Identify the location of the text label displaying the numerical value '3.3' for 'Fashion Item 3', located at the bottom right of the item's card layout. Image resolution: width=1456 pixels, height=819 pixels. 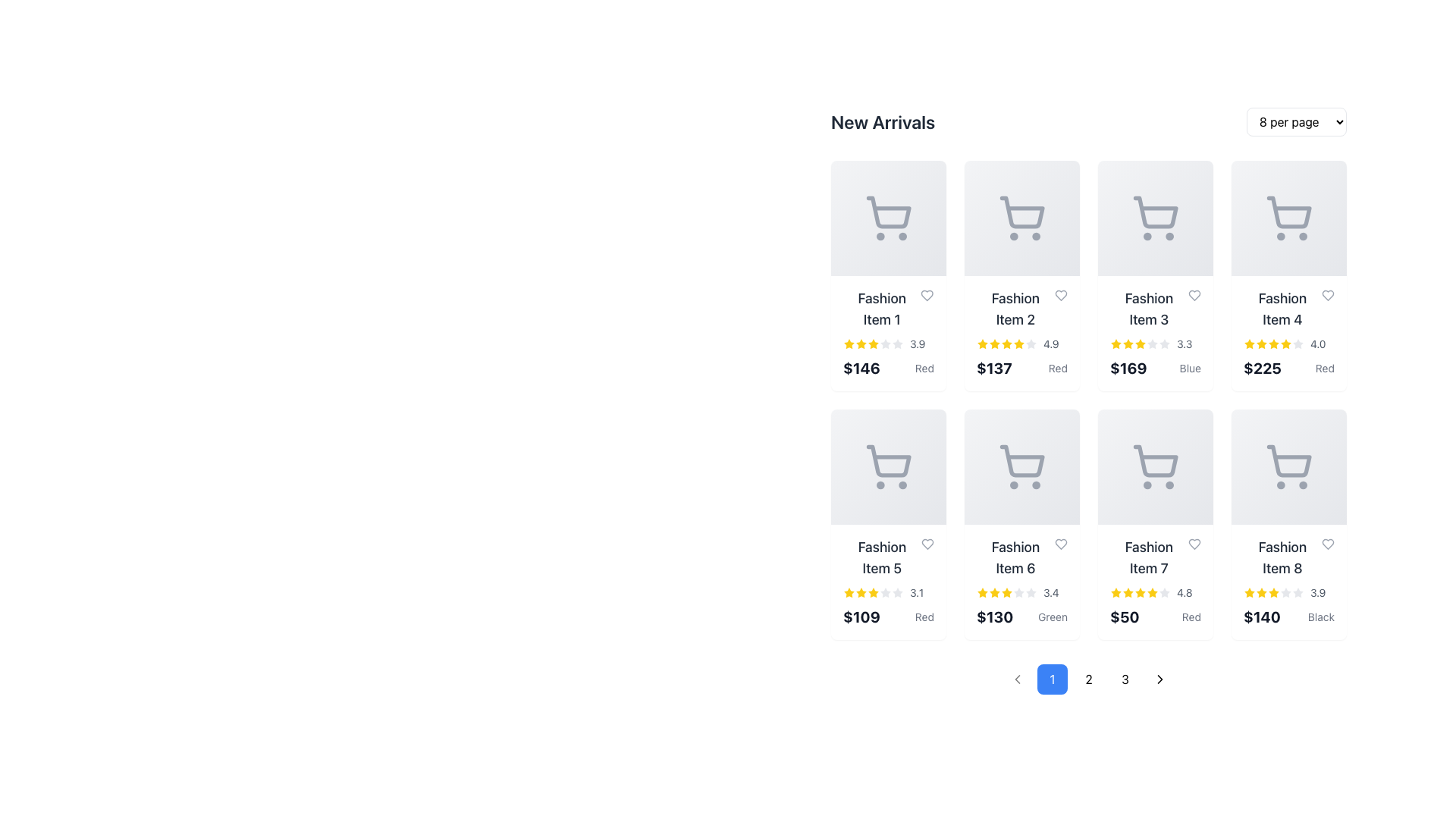
(1184, 344).